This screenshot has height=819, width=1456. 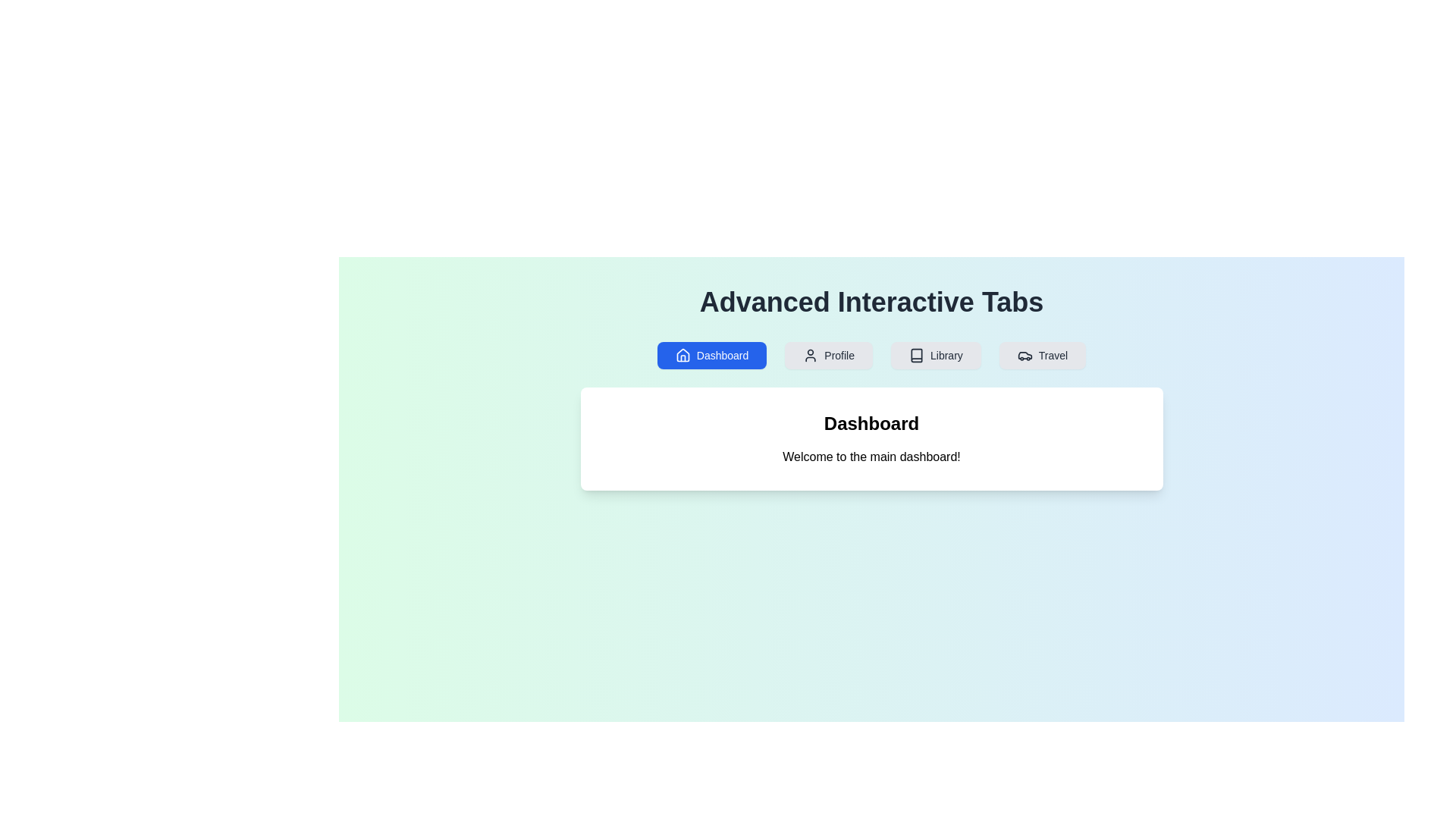 I want to click on the 'Dashboard' text label within the blue button, so click(x=722, y=356).